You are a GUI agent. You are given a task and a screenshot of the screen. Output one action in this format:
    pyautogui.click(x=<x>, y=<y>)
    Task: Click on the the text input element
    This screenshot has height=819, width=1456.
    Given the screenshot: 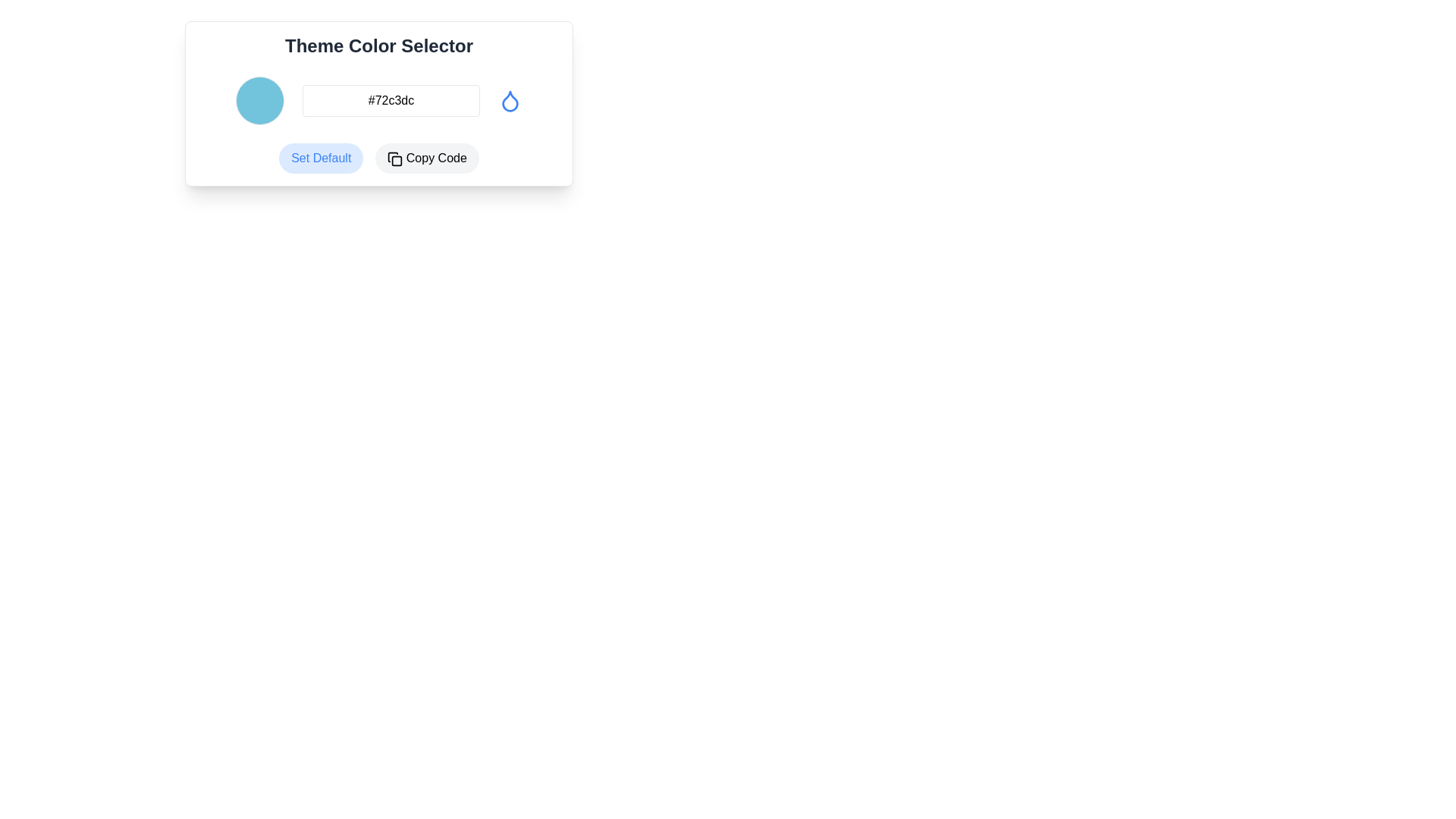 What is the action you would take?
    pyautogui.click(x=391, y=100)
    